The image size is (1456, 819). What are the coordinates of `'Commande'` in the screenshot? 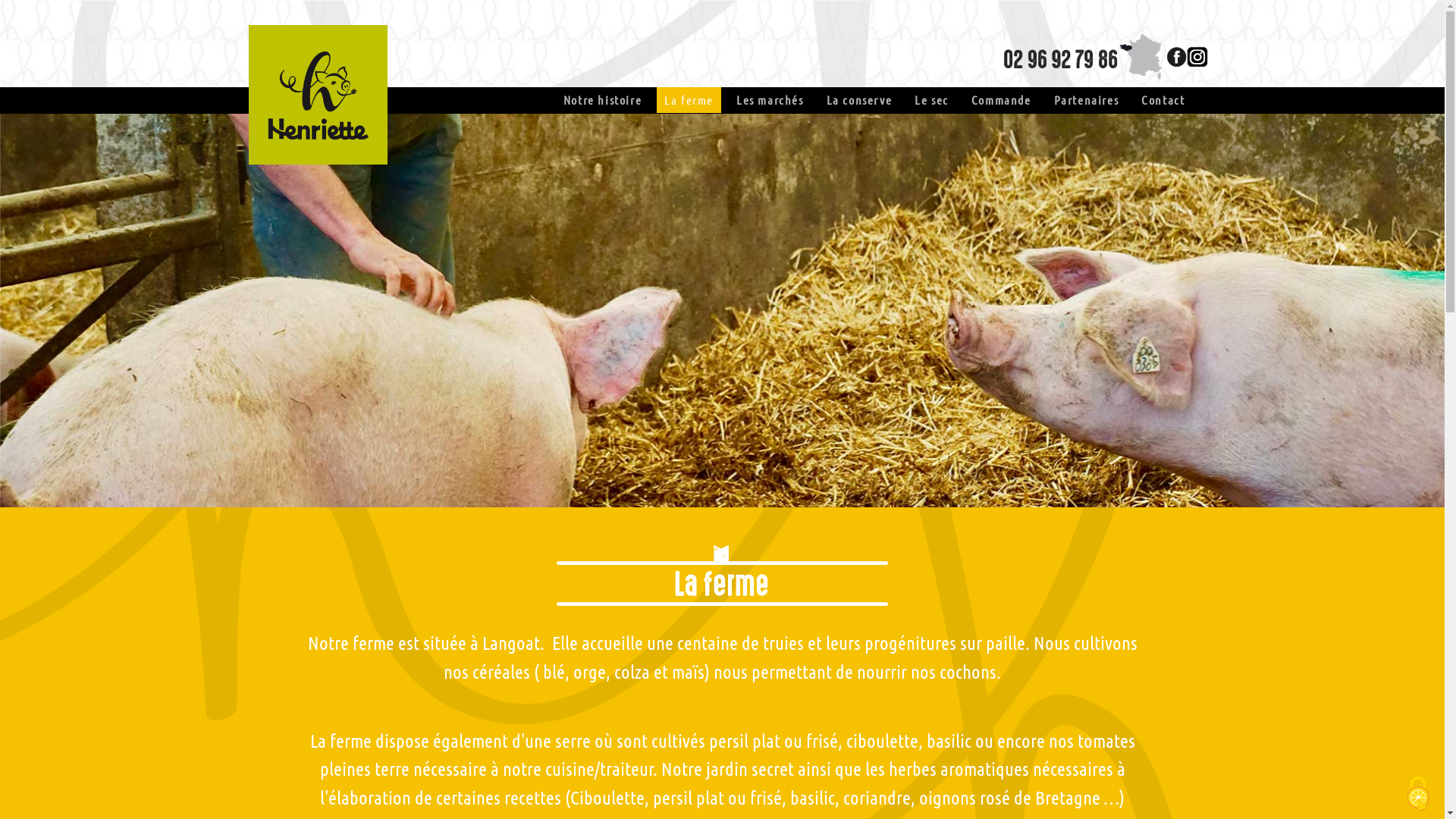 It's located at (1001, 99).